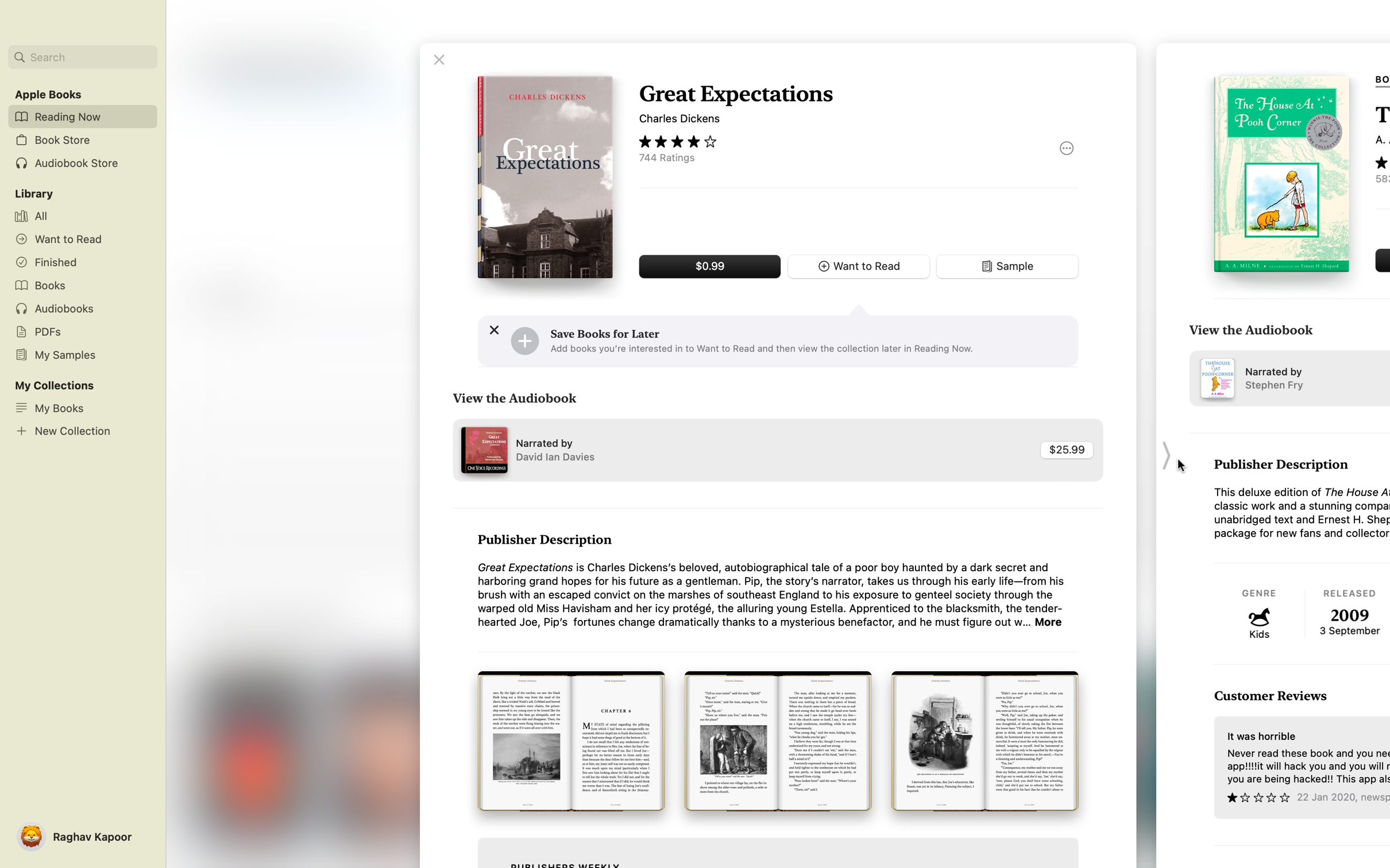 The height and width of the screenshot is (868, 1390). I want to click on Delve deeper into the published book"s description, so click(1049, 622).